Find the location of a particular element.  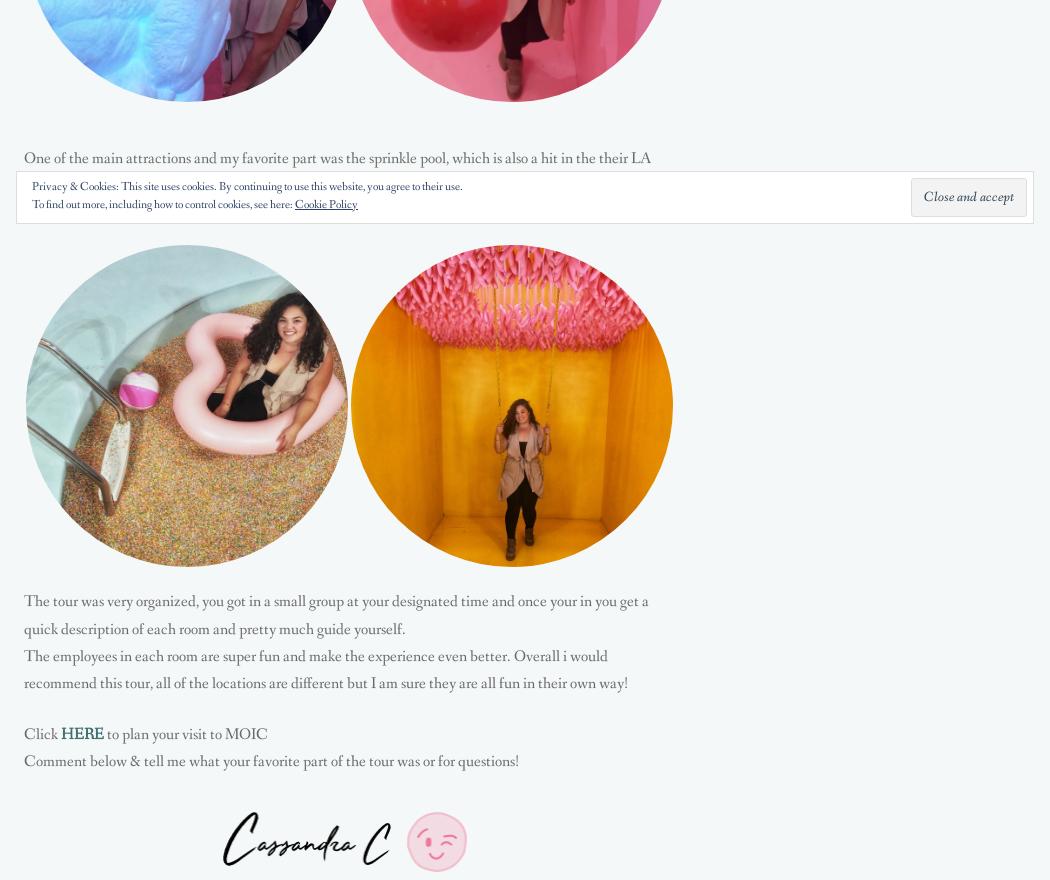

'To find out more, including how to control cookies, see here:' is located at coordinates (163, 205).